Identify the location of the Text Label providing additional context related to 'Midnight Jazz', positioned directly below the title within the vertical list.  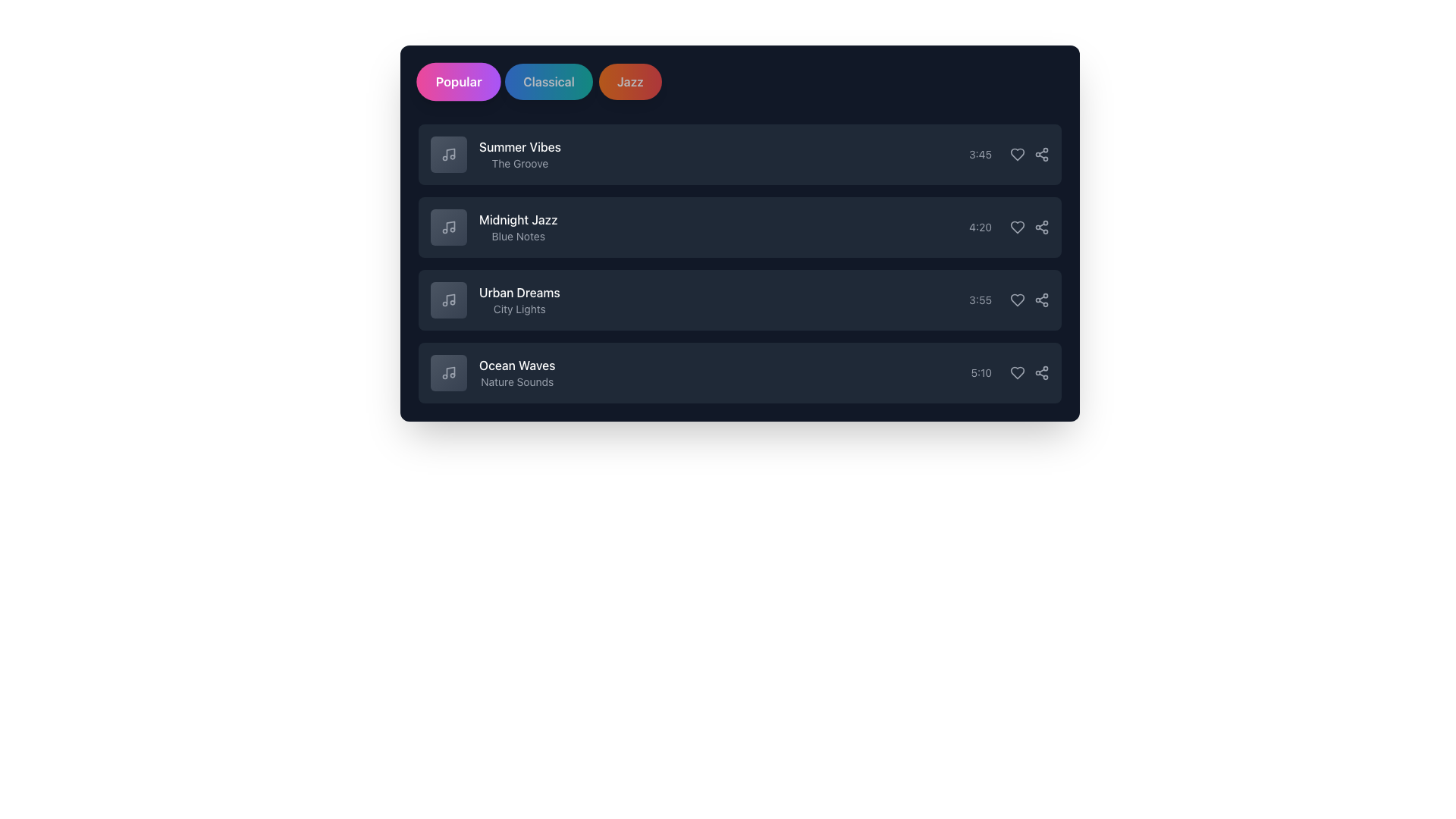
(518, 237).